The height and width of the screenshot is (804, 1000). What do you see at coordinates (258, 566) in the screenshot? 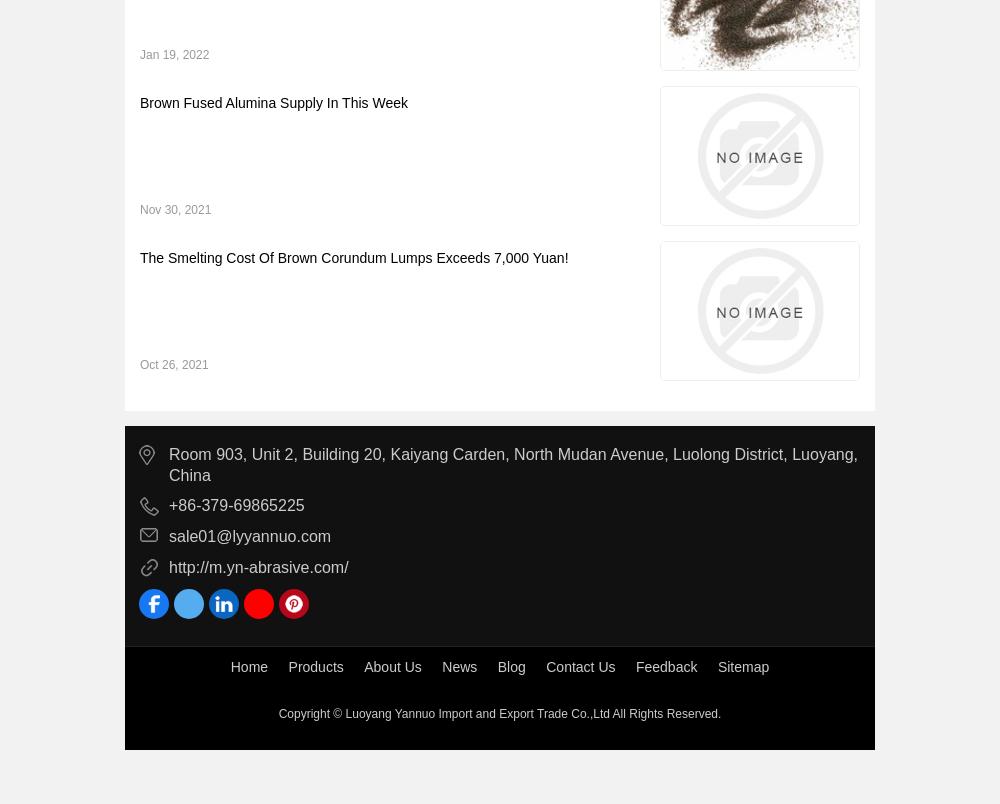
I see `'http://m.yn-abrasive.com/'` at bounding box center [258, 566].